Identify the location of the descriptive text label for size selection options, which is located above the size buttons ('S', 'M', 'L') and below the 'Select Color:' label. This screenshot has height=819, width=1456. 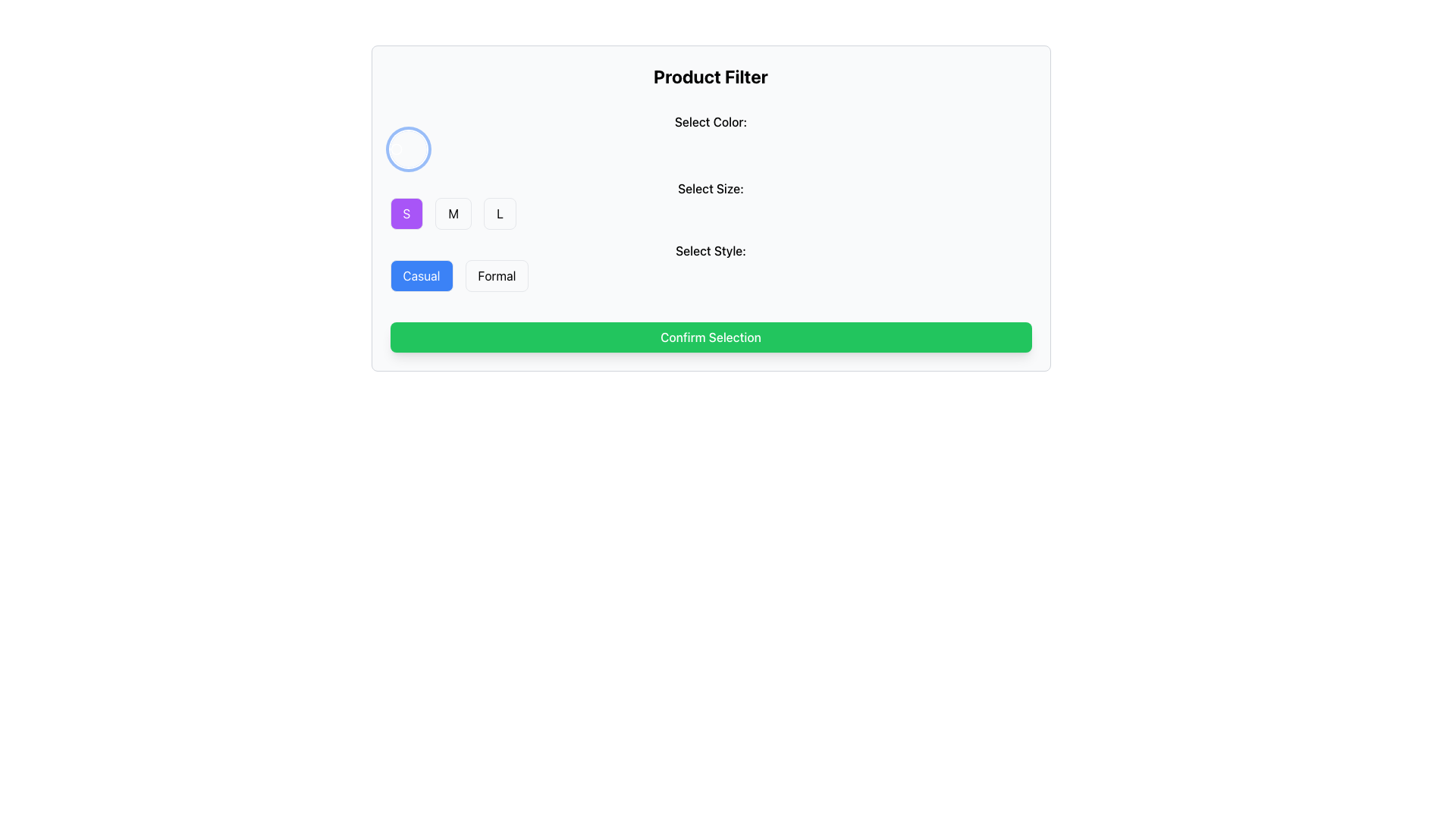
(710, 188).